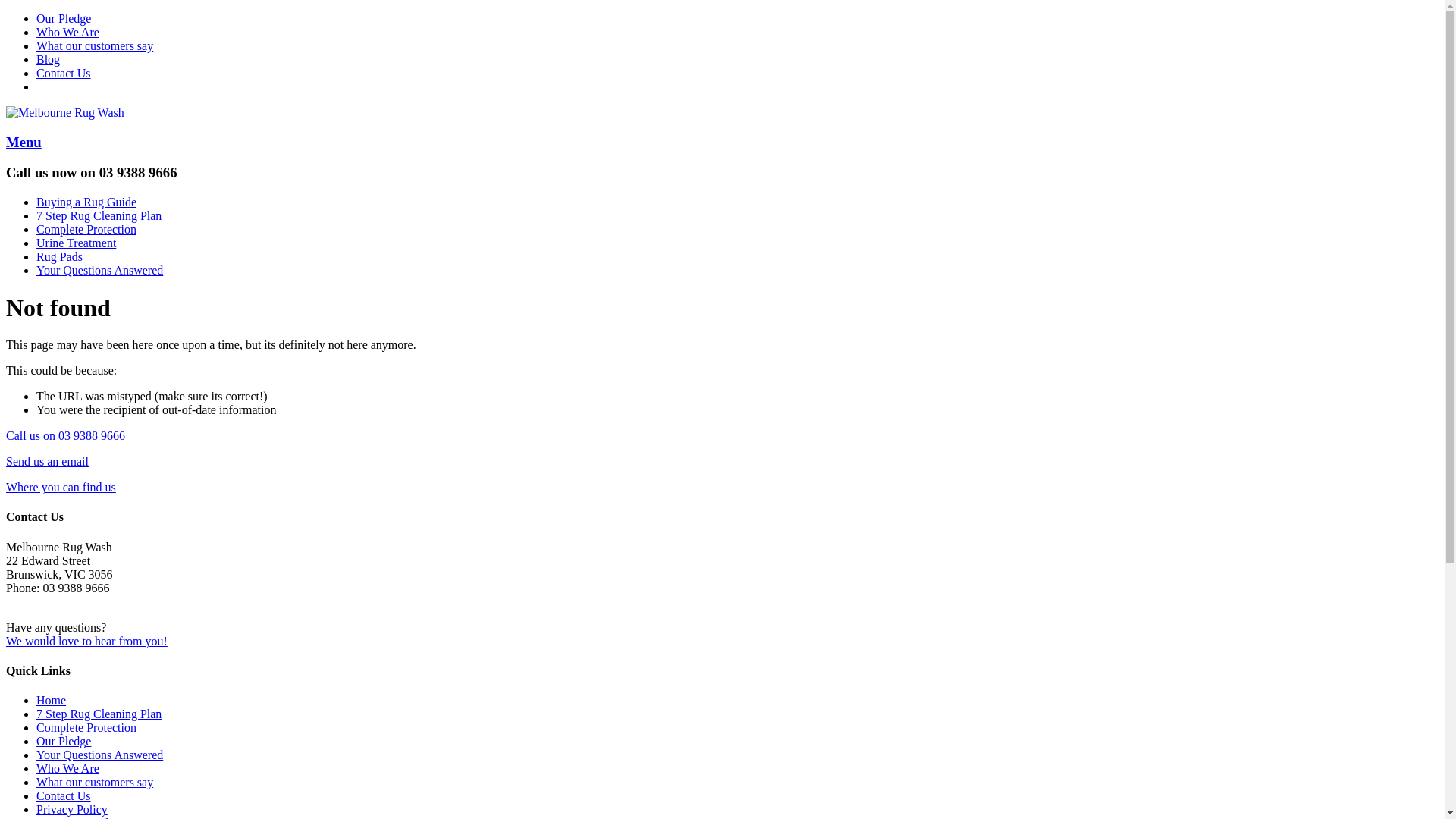 This screenshot has width=1456, height=819. I want to click on 'Urine Treatment', so click(75, 242).